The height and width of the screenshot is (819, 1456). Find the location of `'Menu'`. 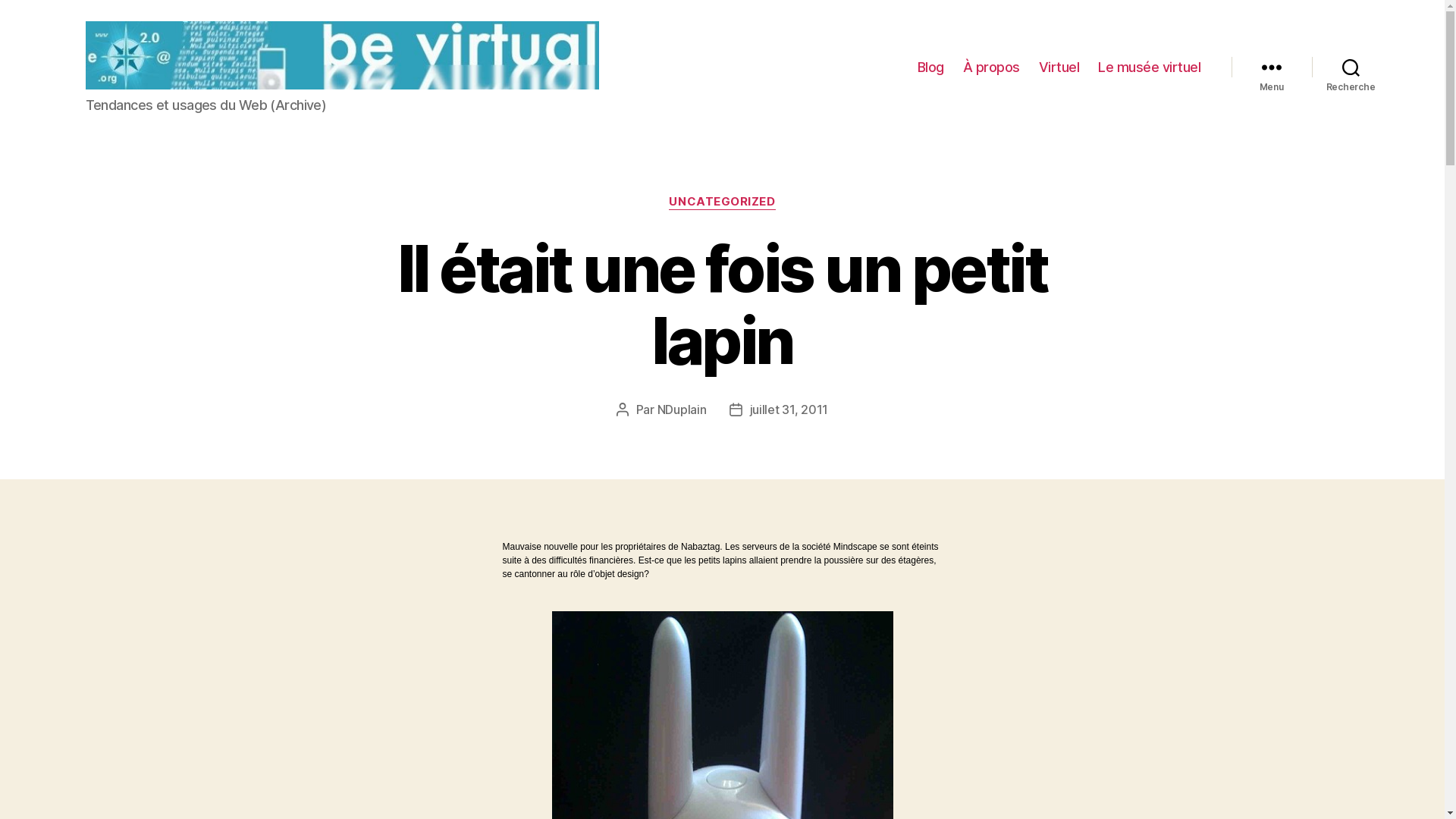

'Menu' is located at coordinates (1231, 66).